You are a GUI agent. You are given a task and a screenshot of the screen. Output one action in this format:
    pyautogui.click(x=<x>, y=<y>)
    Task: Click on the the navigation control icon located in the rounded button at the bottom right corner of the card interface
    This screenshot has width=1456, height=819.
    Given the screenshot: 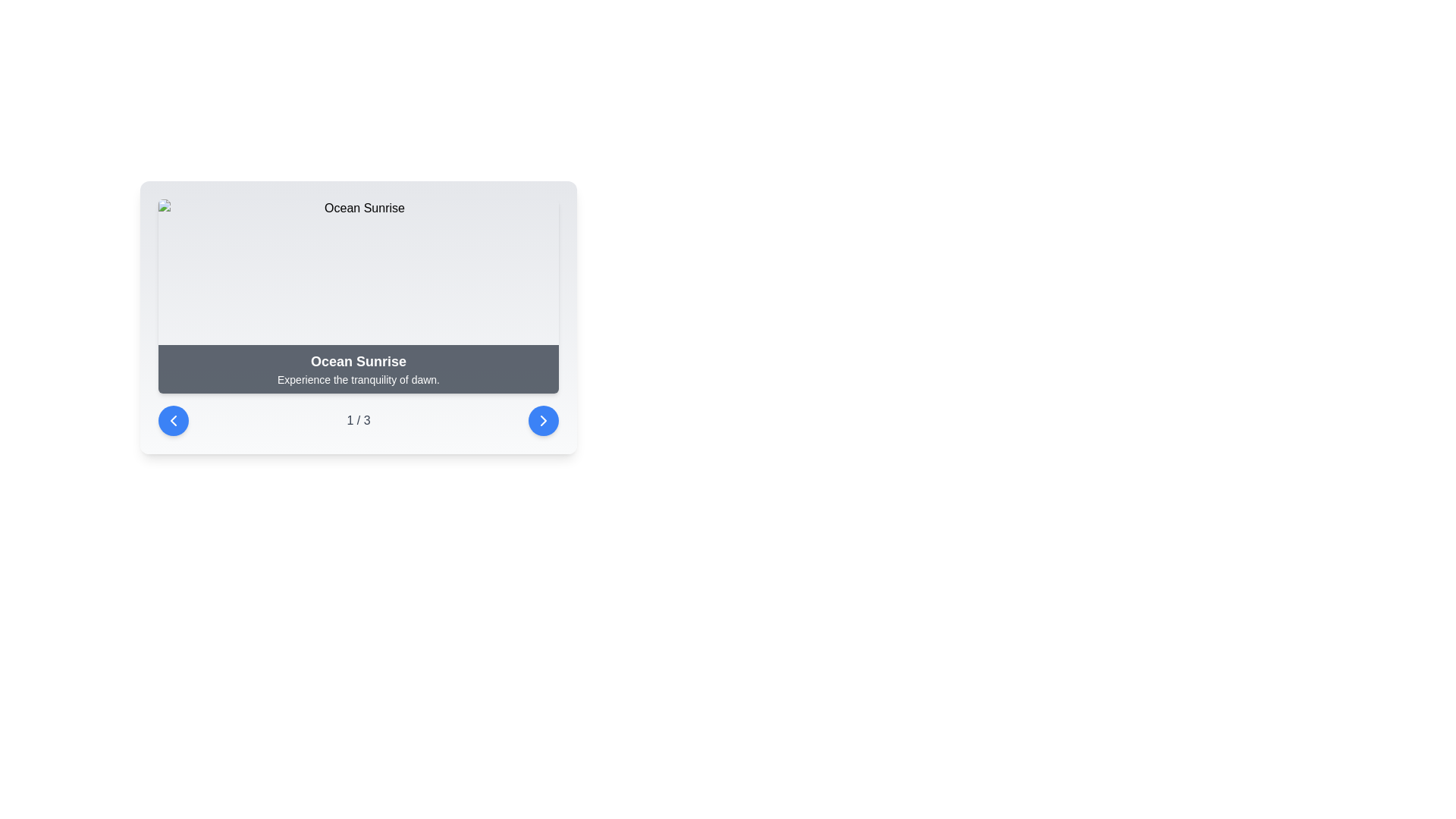 What is the action you would take?
    pyautogui.click(x=543, y=421)
    